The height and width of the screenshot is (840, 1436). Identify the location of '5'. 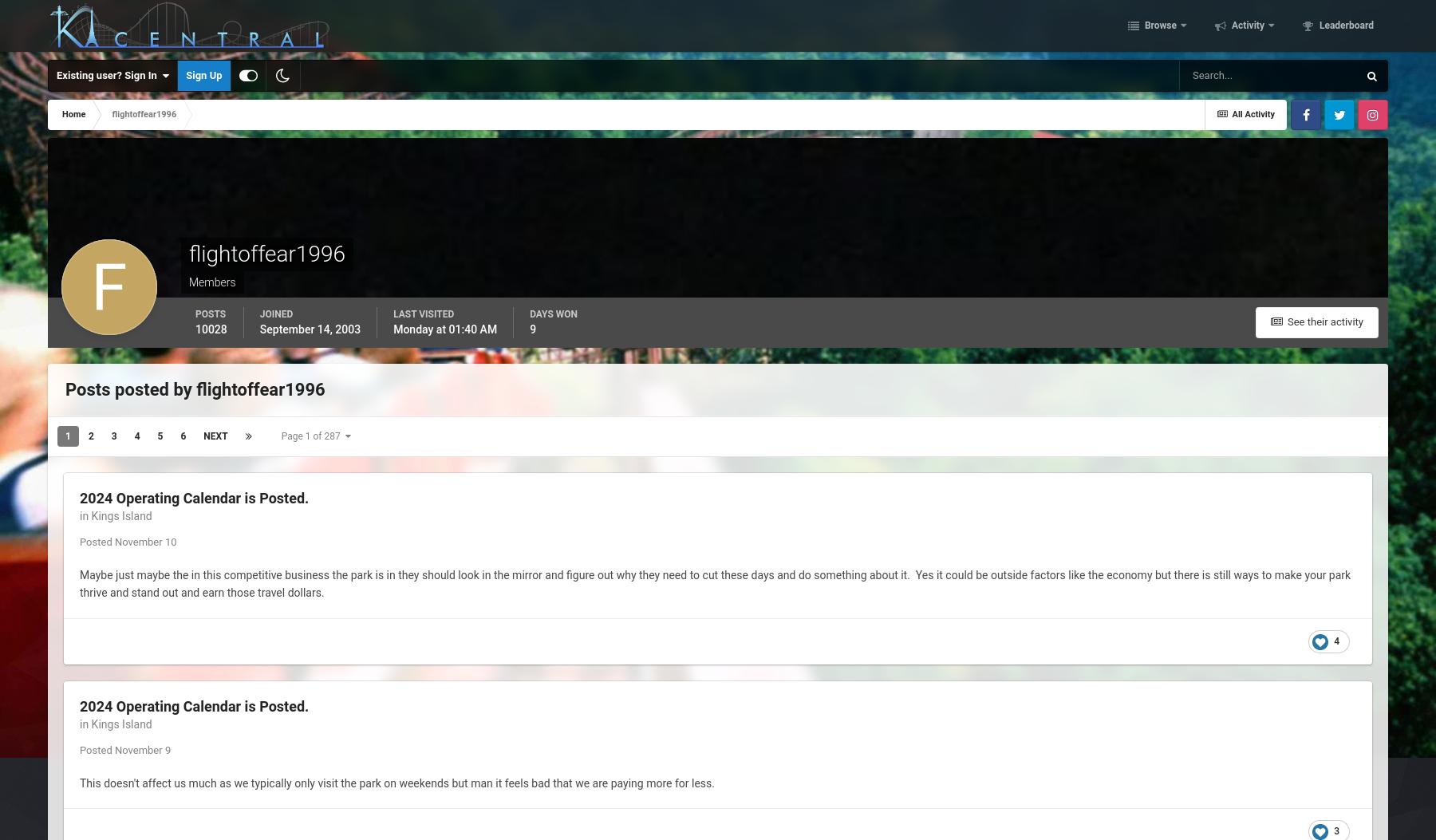
(160, 436).